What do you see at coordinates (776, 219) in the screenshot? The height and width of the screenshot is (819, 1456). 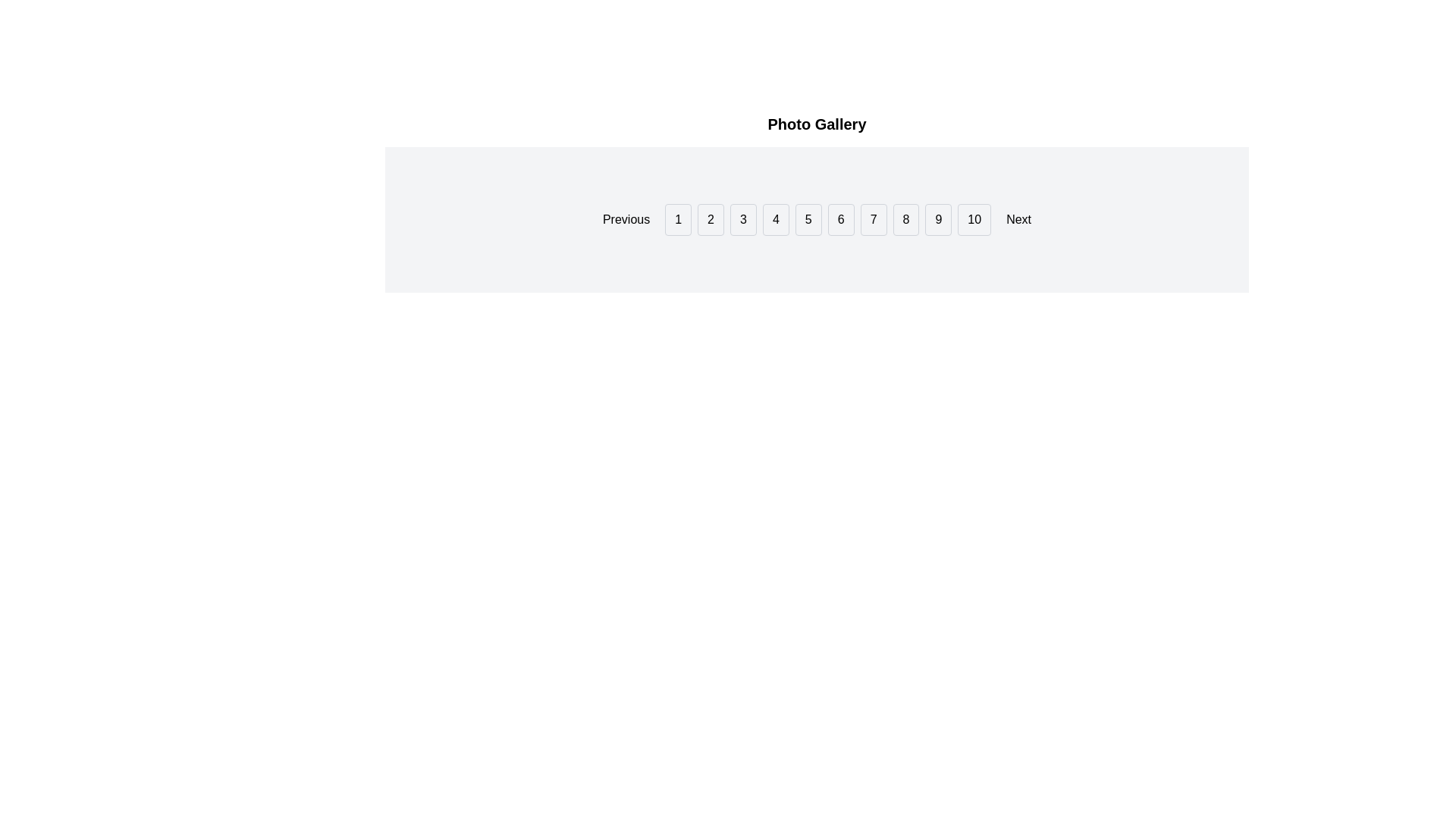 I see `the square-shaped button labeled '4' in the pagination navigation bar` at bounding box center [776, 219].